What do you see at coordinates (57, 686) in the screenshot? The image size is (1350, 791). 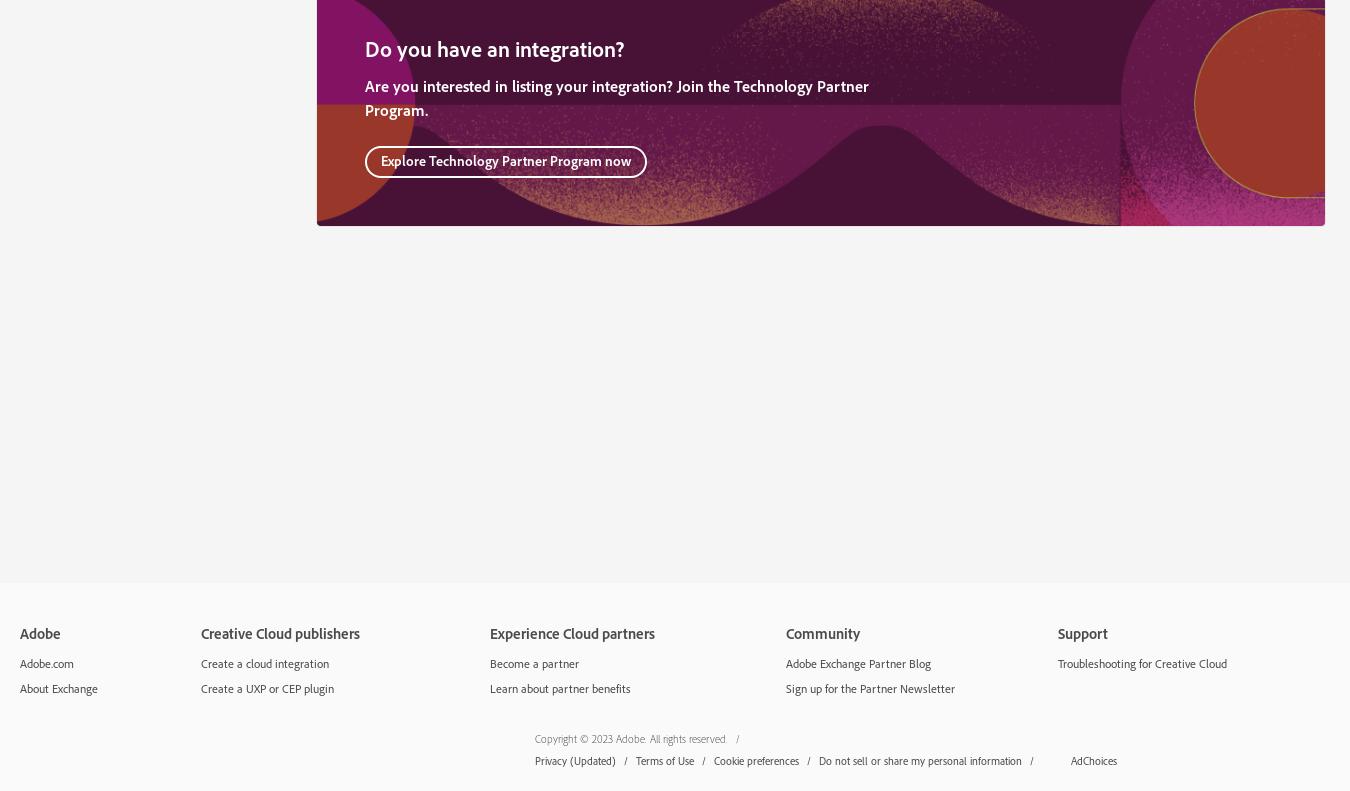 I see `'About Exchange'` at bounding box center [57, 686].